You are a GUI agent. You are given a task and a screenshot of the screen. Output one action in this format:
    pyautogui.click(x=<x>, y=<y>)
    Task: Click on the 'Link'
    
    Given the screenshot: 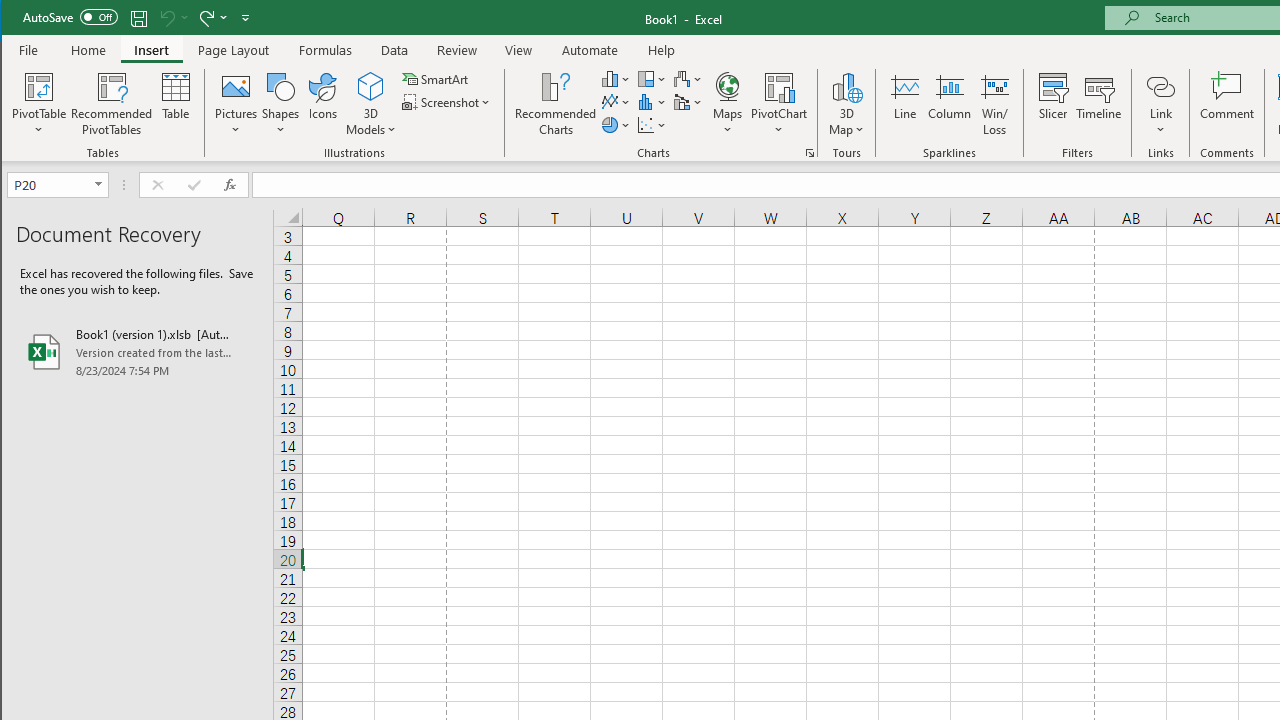 What is the action you would take?
    pyautogui.click(x=1160, y=85)
    